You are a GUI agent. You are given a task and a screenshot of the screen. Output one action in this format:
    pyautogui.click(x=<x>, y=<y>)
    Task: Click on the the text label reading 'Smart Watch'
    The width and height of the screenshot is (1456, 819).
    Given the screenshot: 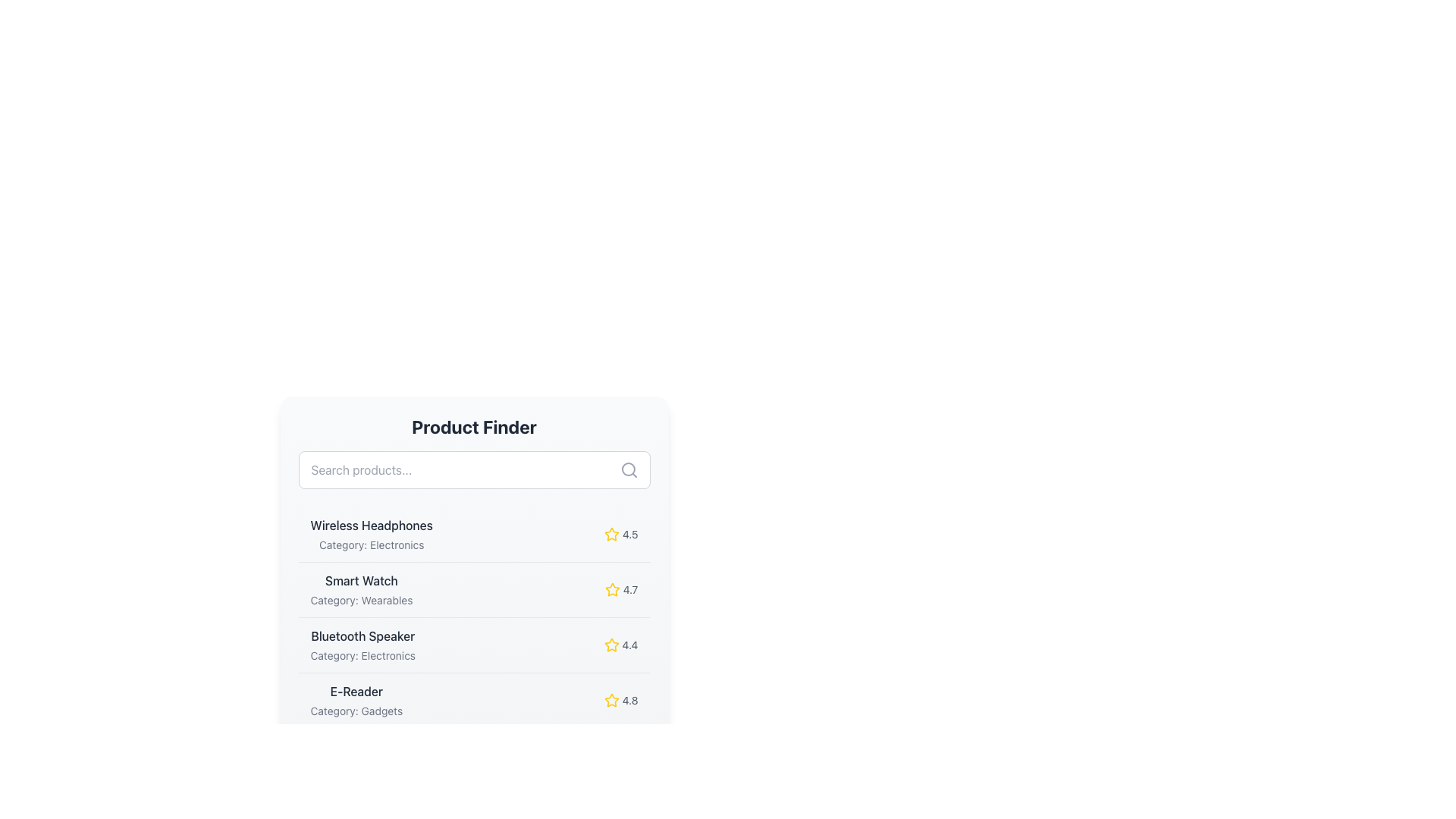 What is the action you would take?
    pyautogui.click(x=360, y=580)
    